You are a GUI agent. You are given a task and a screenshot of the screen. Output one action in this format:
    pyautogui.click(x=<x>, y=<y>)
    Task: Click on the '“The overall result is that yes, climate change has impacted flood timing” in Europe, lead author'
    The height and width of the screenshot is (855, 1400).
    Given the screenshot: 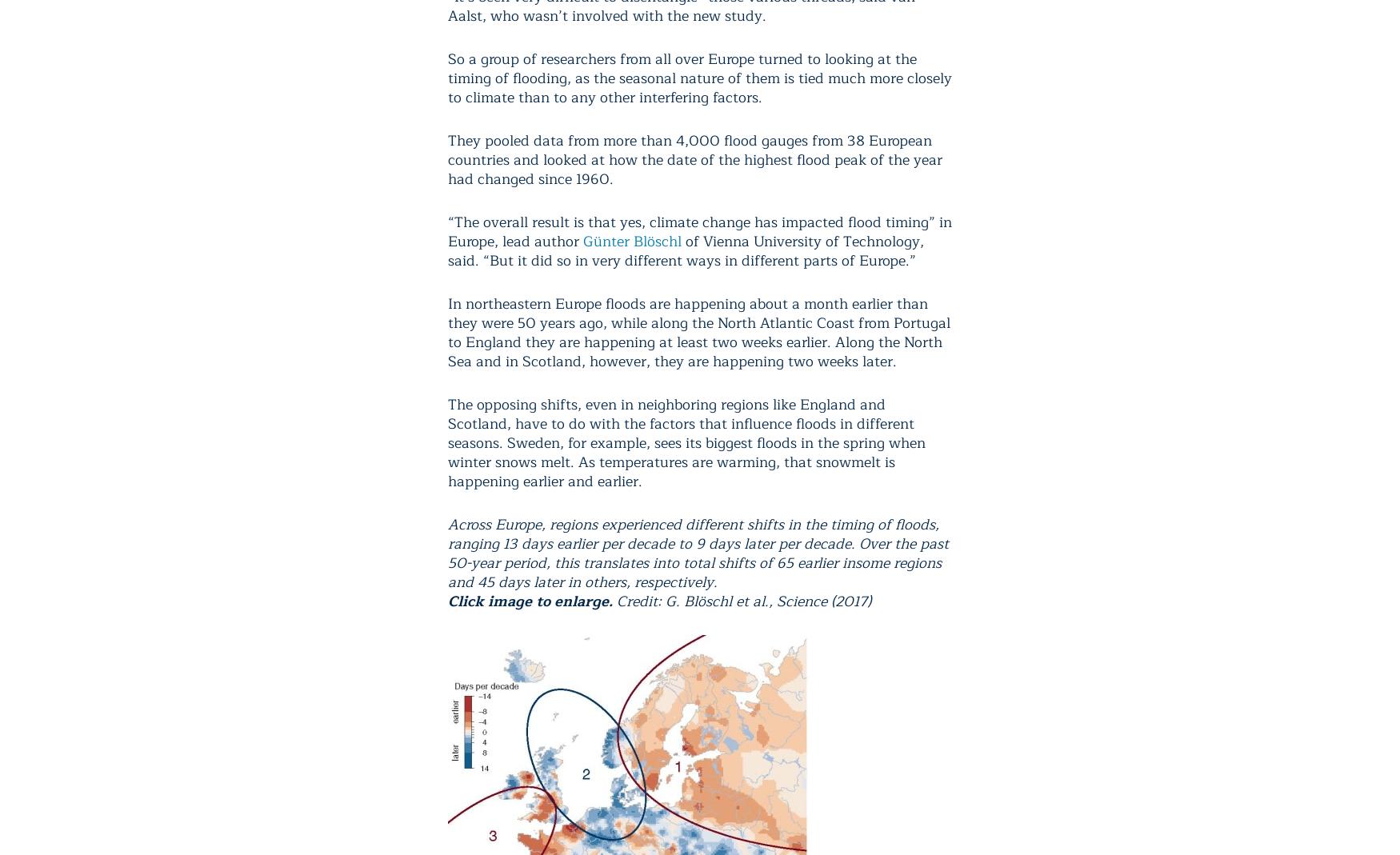 What is the action you would take?
    pyautogui.click(x=700, y=230)
    